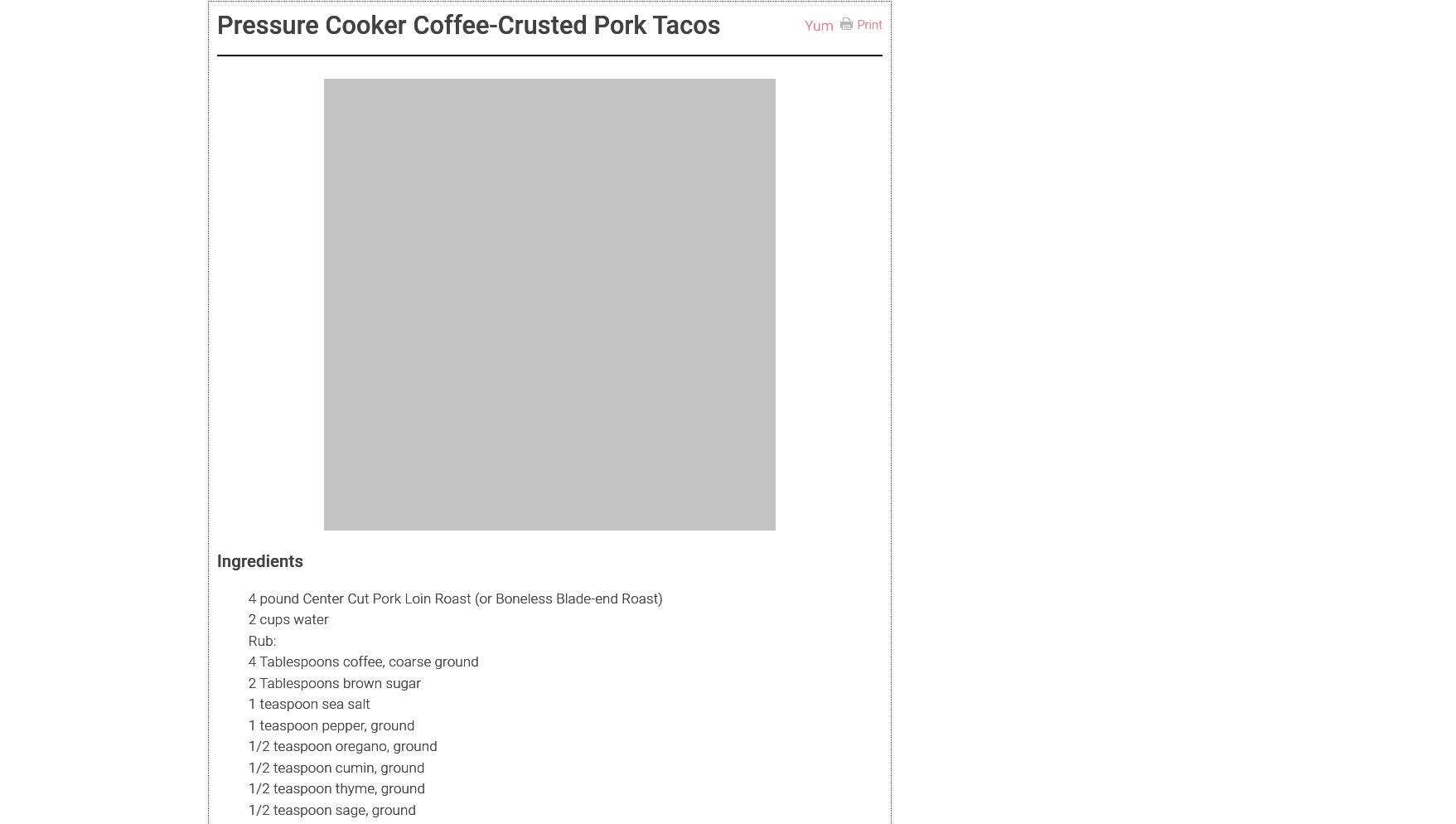 This screenshot has height=824, width=1456. What do you see at coordinates (335, 767) in the screenshot?
I see `'1/2 teaspoon cumin, ground'` at bounding box center [335, 767].